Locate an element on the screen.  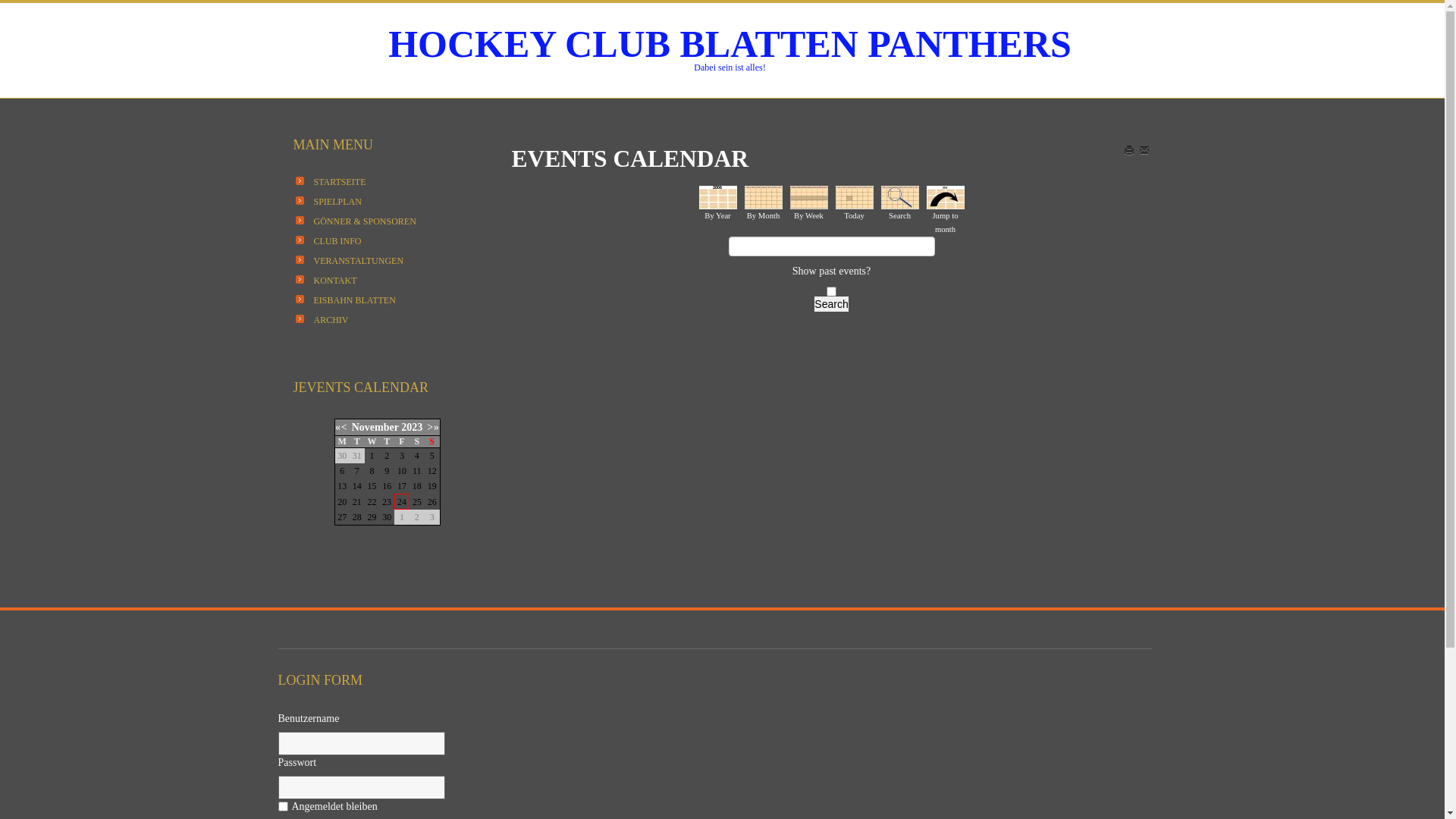
'CLUB INFO' is located at coordinates (337, 240).